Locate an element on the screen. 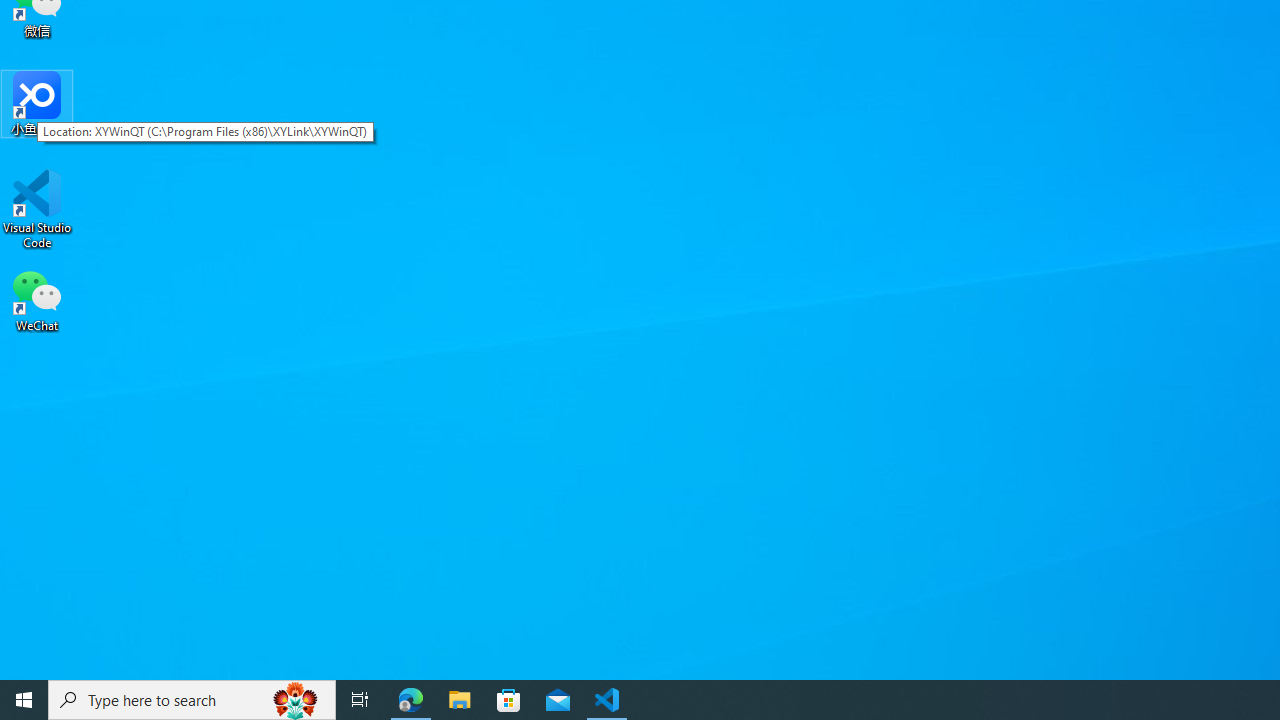 The height and width of the screenshot is (720, 1280). 'Visual Studio Code' is located at coordinates (37, 209).